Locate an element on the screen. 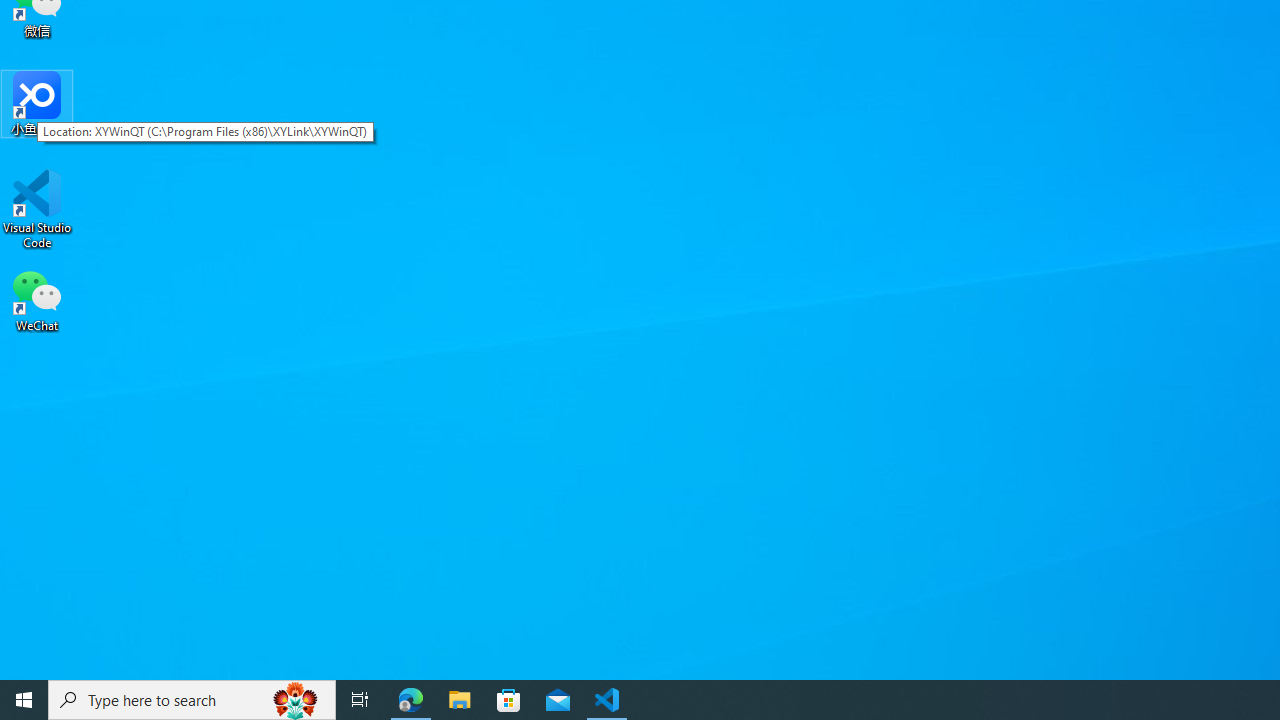 The height and width of the screenshot is (720, 1280). 'Visual Studio Code' is located at coordinates (37, 209).